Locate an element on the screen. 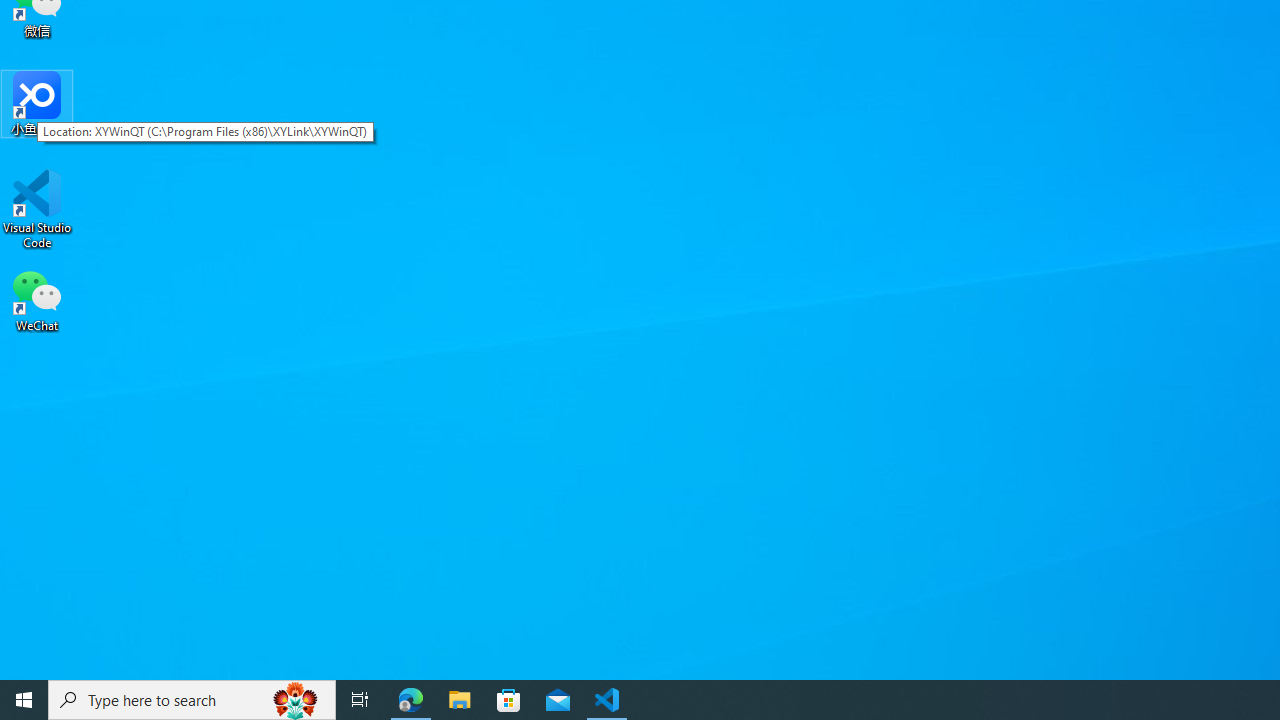 The height and width of the screenshot is (720, 1280). 'Visual Studio Code' is located at coordinates (37, 209).